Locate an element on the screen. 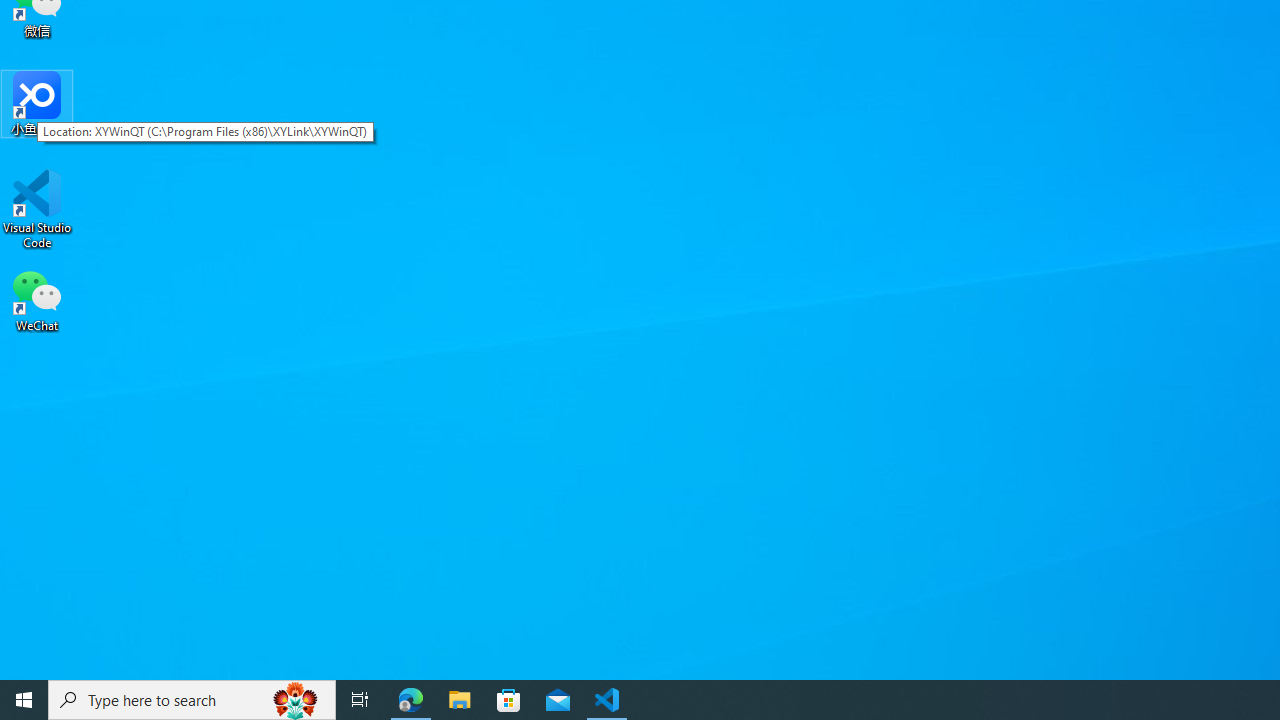 The height and width of the screenshot is (720, 1280). 'Visual Studio Code' is located at coordinates (37, 209).